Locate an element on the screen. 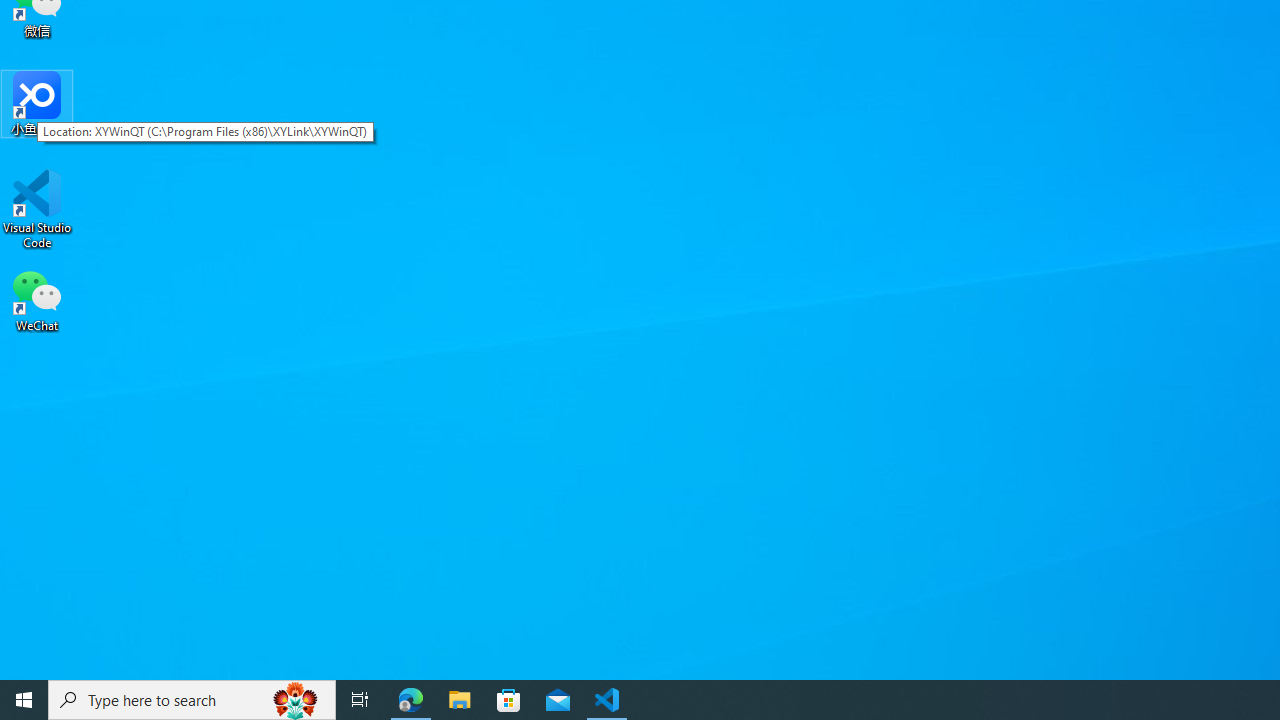 The height and width of the screenshot is (720, 1280). 'Visual Studio Code' is located at coordinates (37, 209).